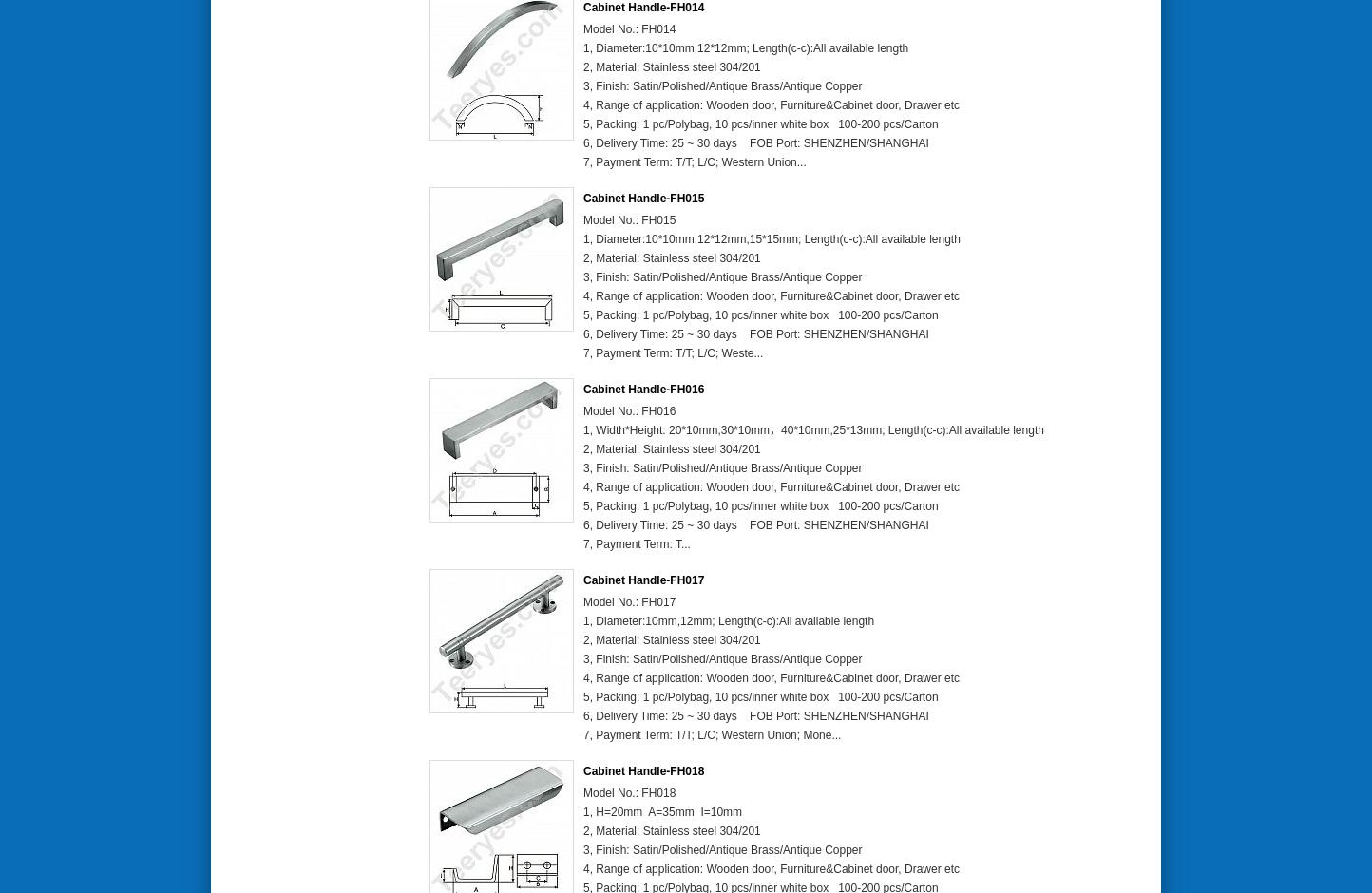 This screenshot has width=1372, height=893. What do you see at coordinates (672, 351) in the screenshot?
I see `'7, Payment Term: T/T; L/C; Weste...'` at bounding box center [672, 351].